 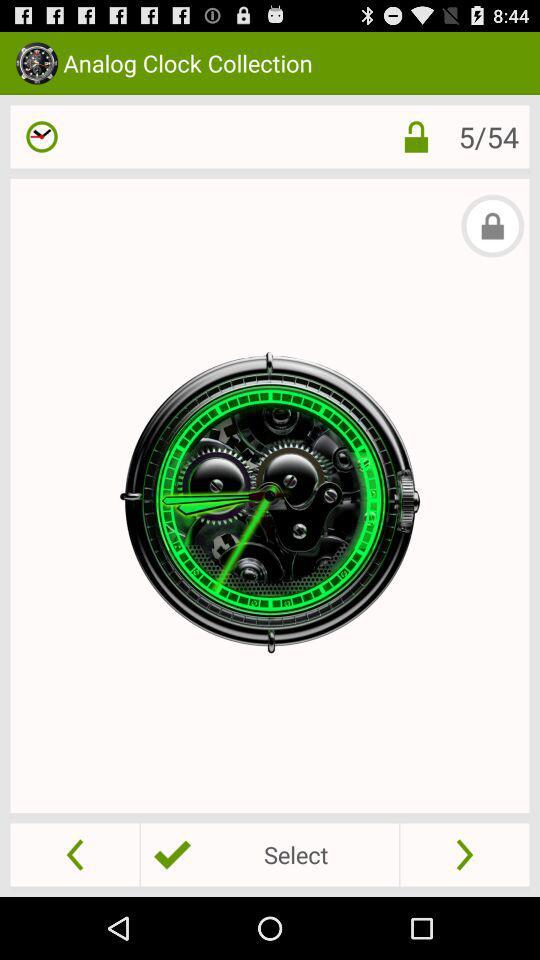 I want to click on the app to the left of the 5/54, so click(x=415, y=135).